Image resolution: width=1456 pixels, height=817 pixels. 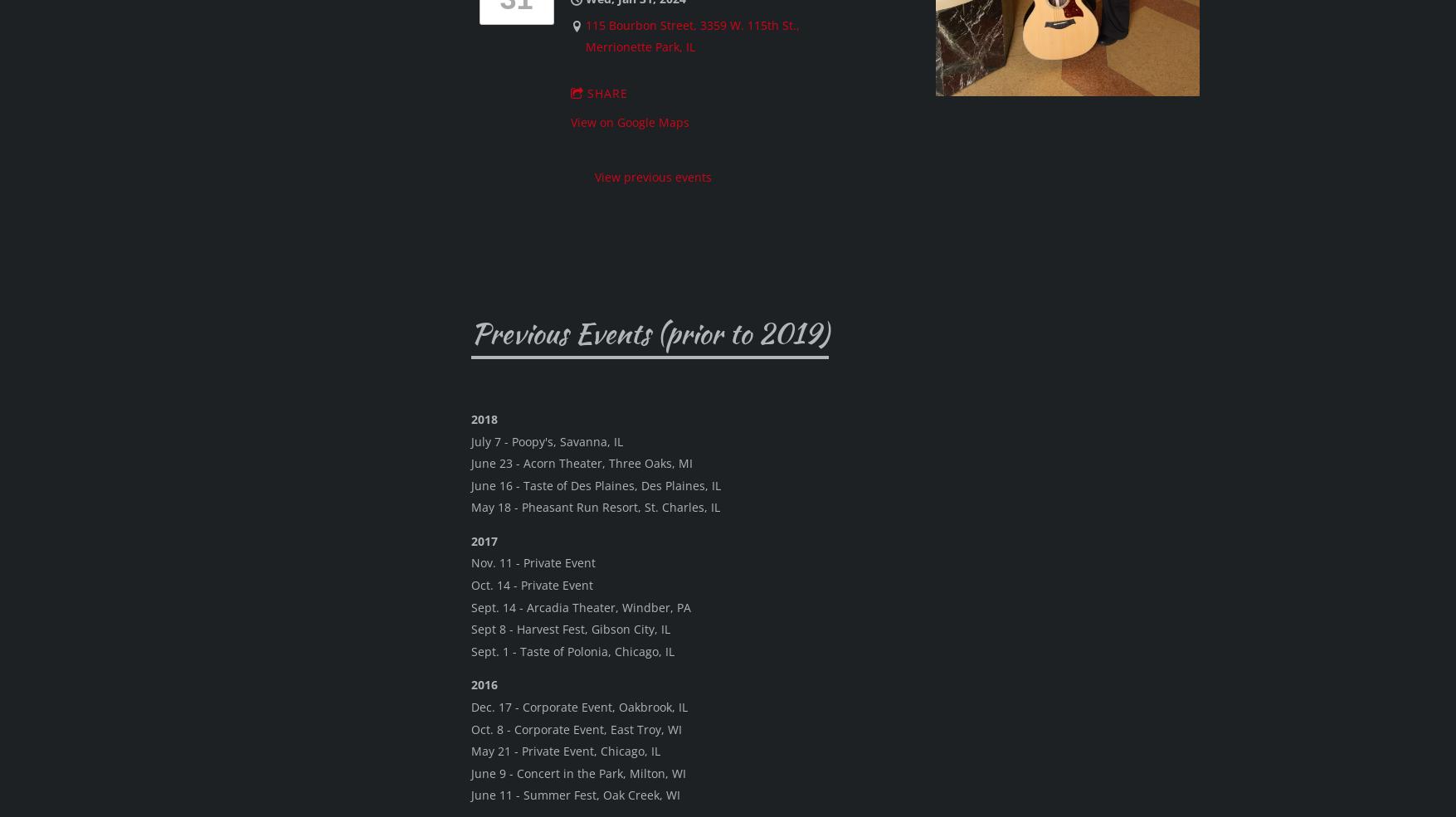 I want to click on 'Sept. 17 -', so click(x=470, y=39).